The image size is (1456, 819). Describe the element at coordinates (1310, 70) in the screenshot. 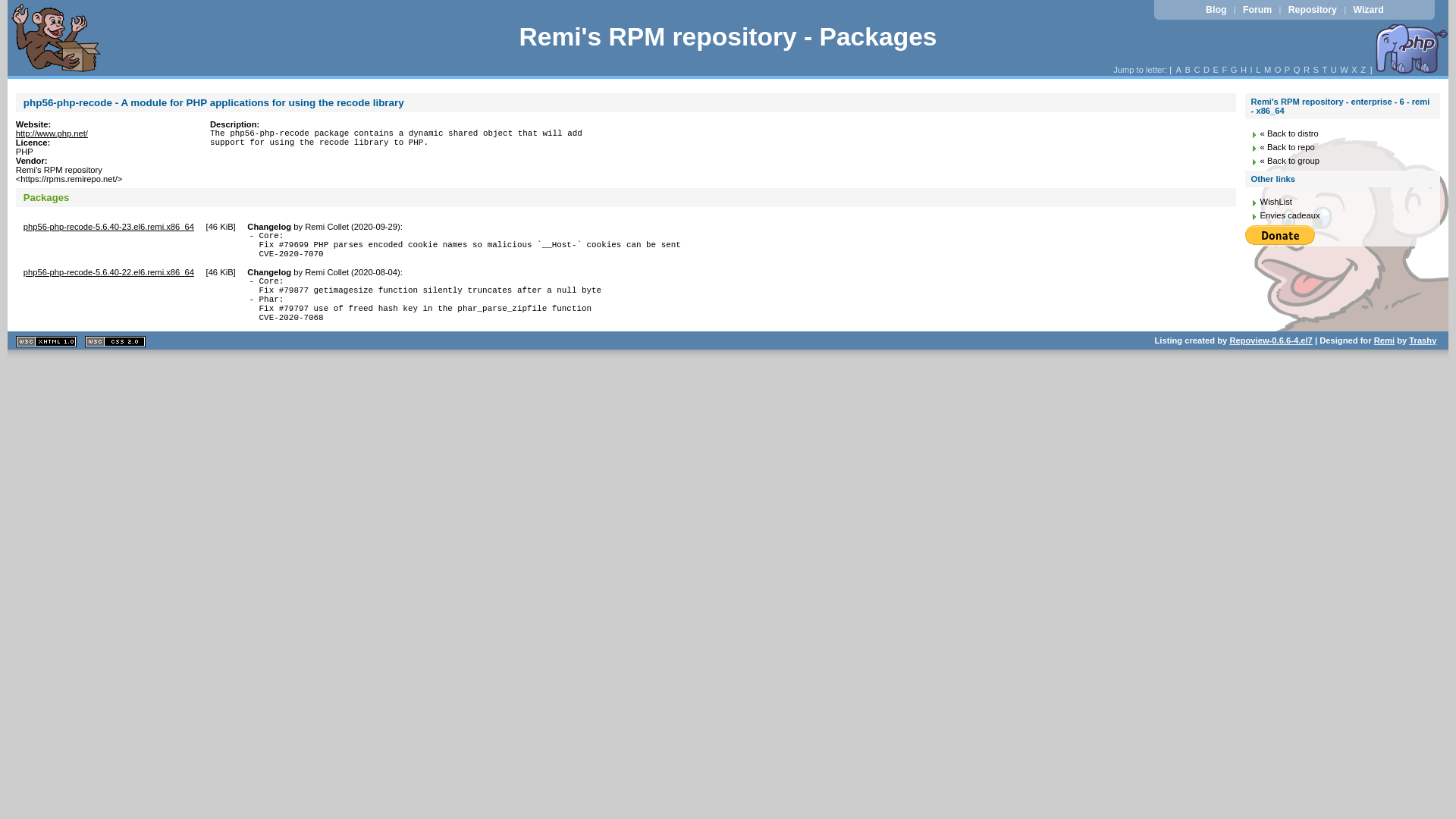

I see `'S'` at that location.